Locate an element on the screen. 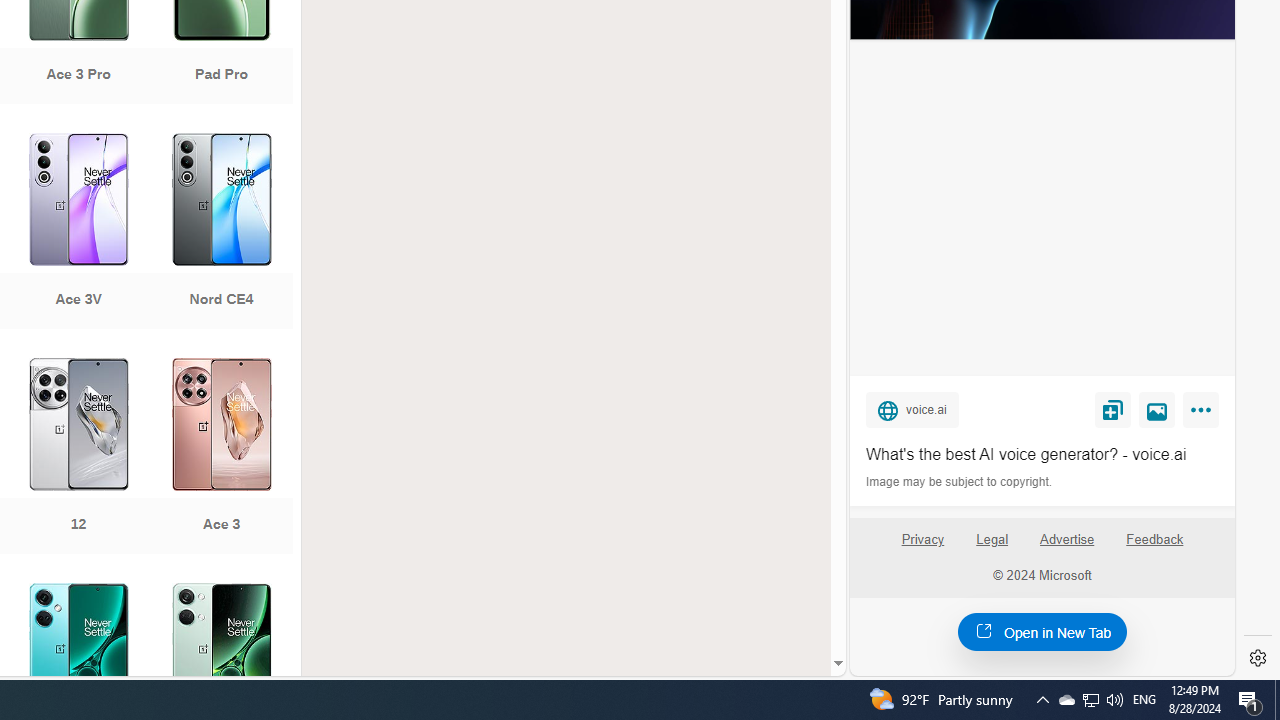  'Image may be subject to copyright.' is located at coordinates (960, 482).